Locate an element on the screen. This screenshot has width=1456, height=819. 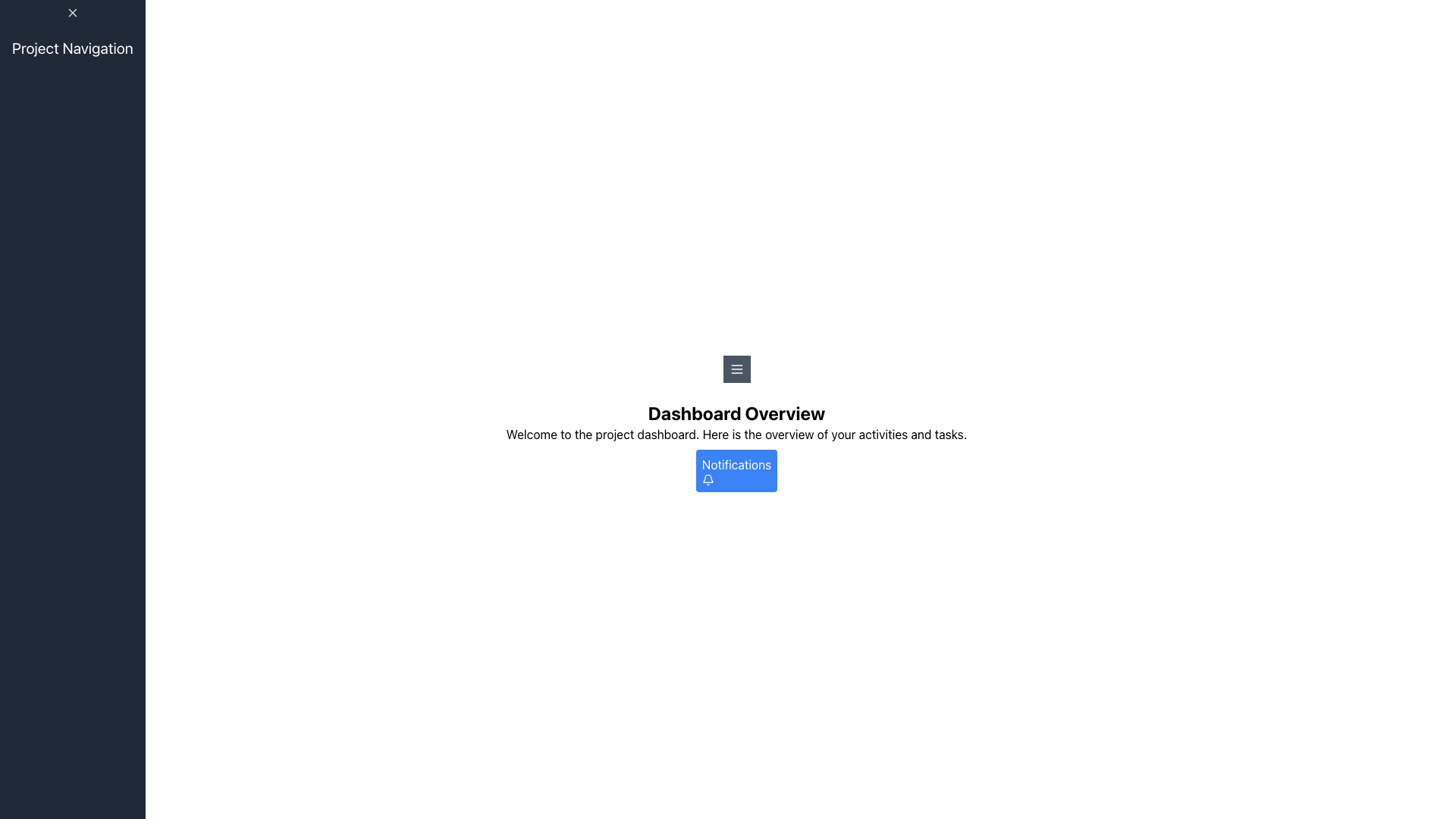
the Notifications button which features a simplistic bell icon with a light-colored outline is located at coordinates (707, 479).